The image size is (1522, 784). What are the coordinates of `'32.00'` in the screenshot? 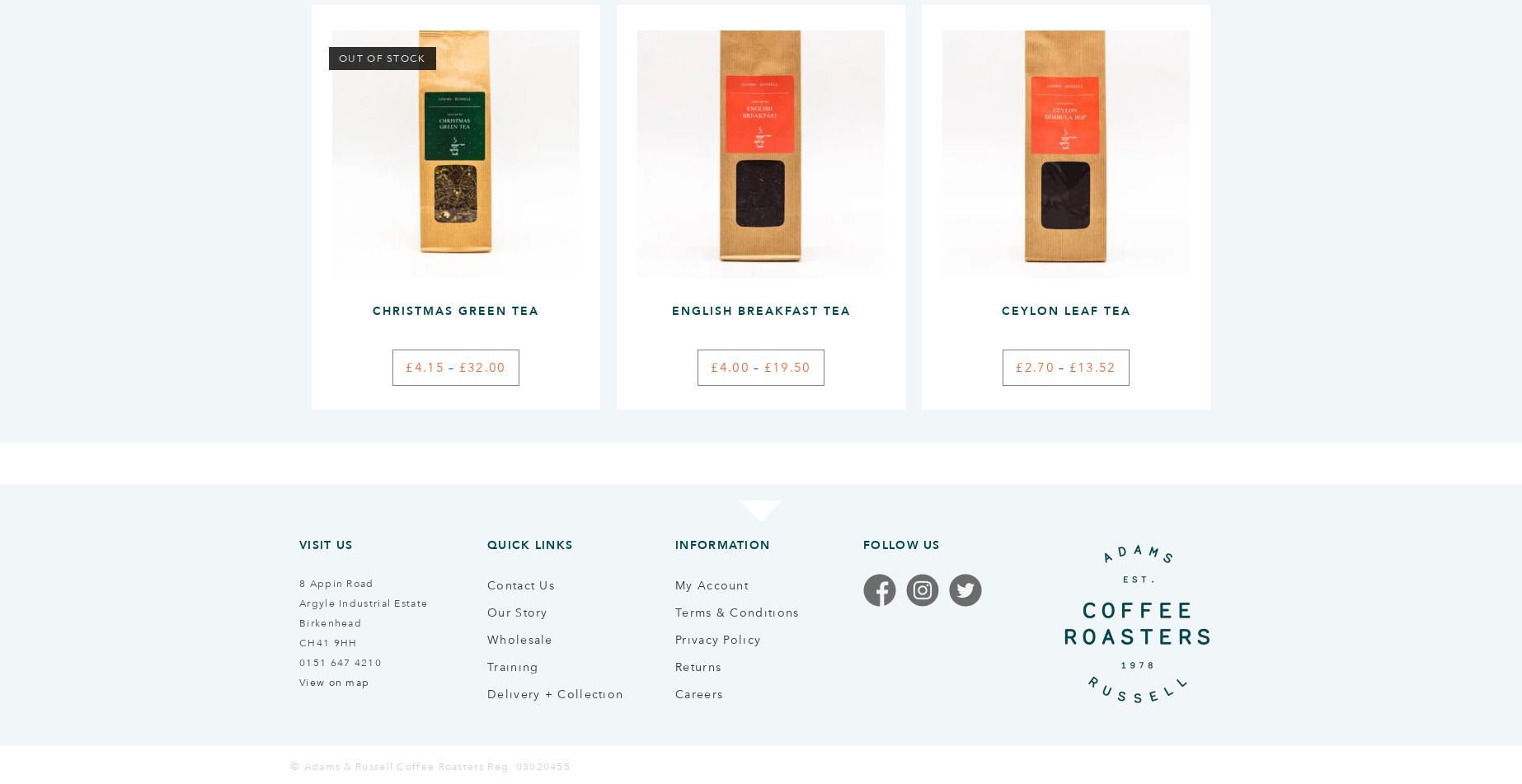 It's located at (485, 366).